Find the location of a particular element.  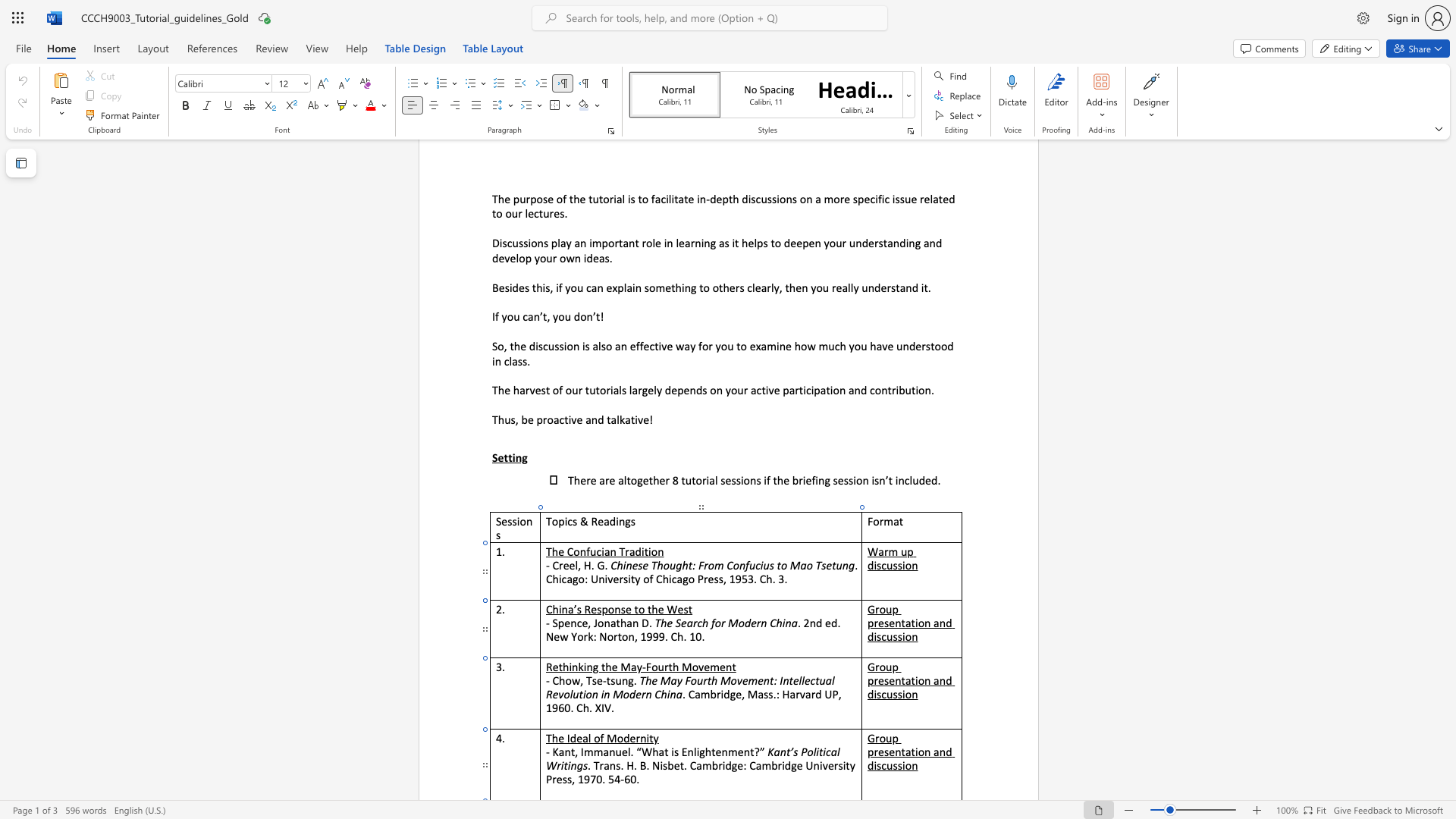

the space between the continuous character "G" and "r" in the text is located at coordinates (874, 737).